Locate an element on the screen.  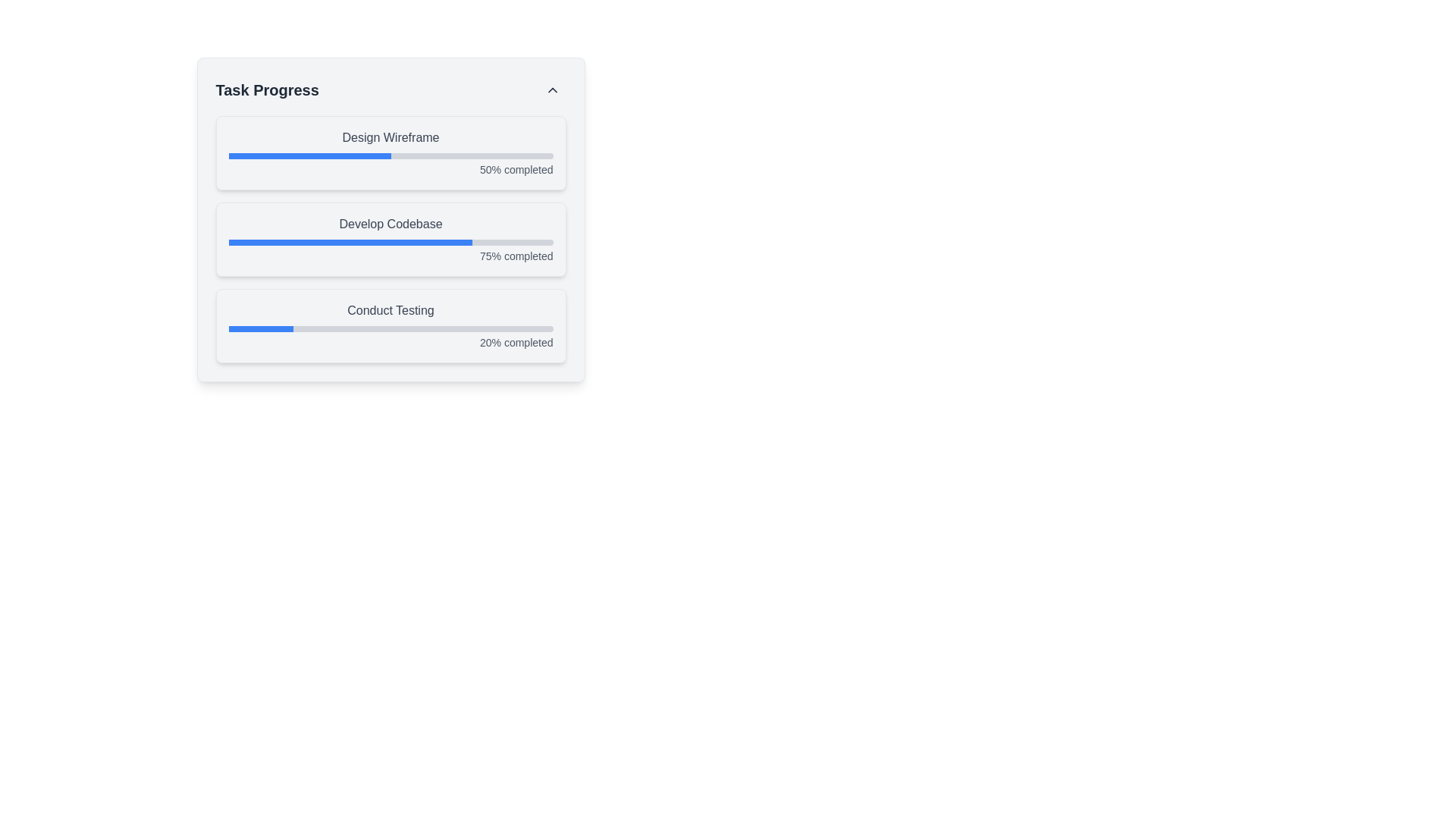
the progress visually on the second progress bar indicating '75% completed' for the task labeled 'Develop Codebase' is located at coordinates (391, 242).